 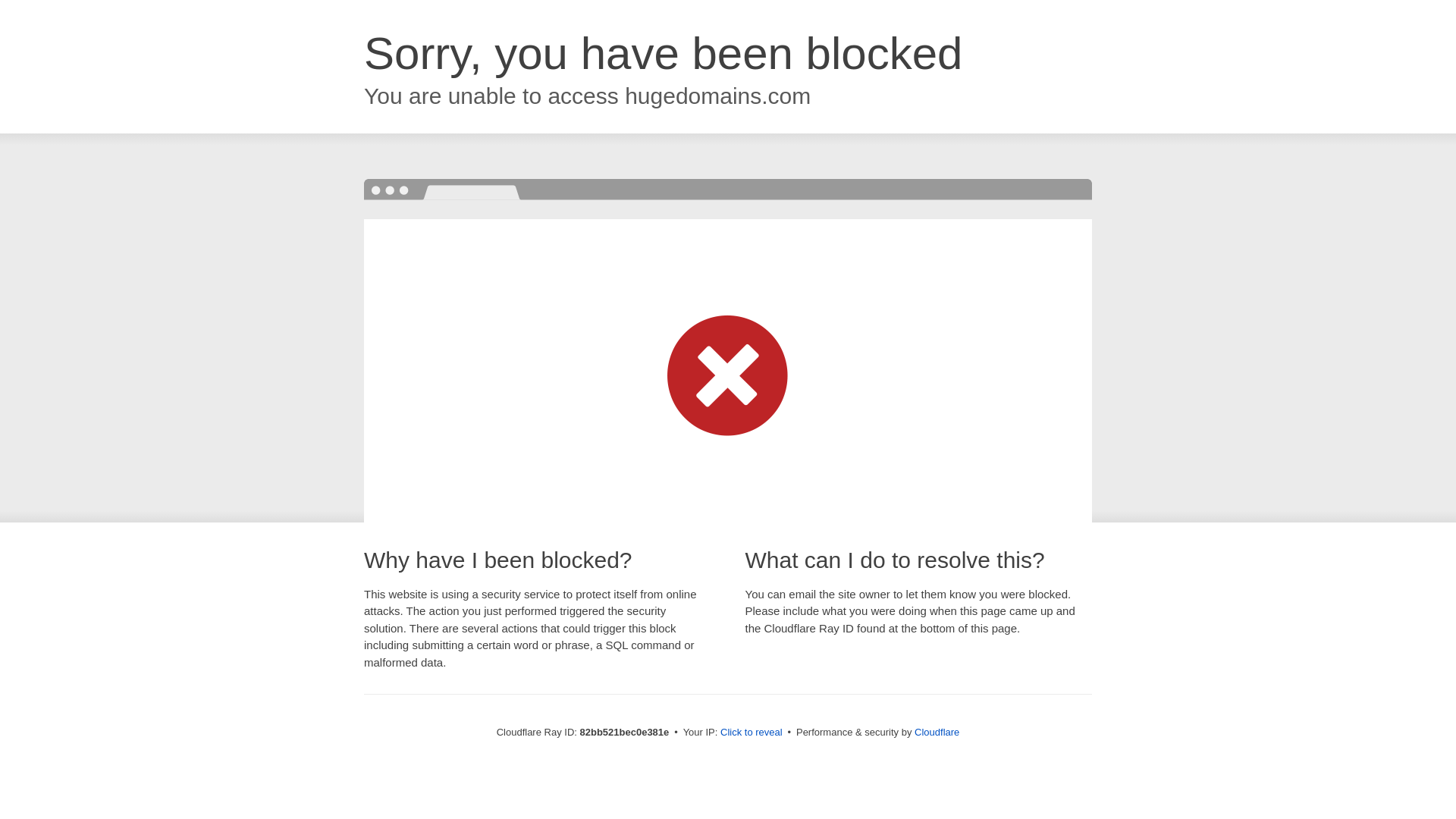 What do you see at coordinates (720, 731) in the screenshot?
I see `'Click to reveal'` at bounding box center [720, 731].